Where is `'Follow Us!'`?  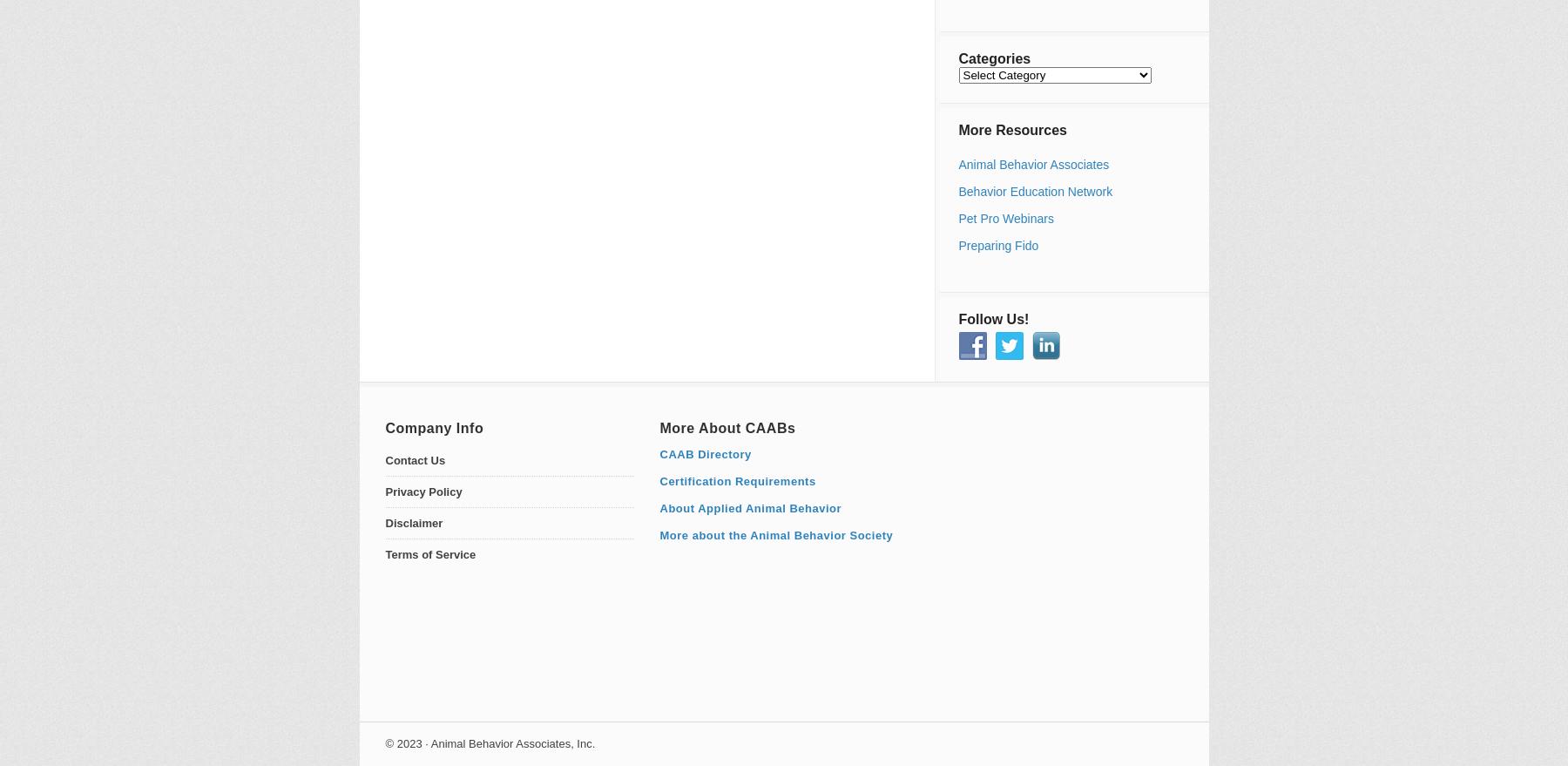
'Follow Us!' is located at coordinates (992, 319).